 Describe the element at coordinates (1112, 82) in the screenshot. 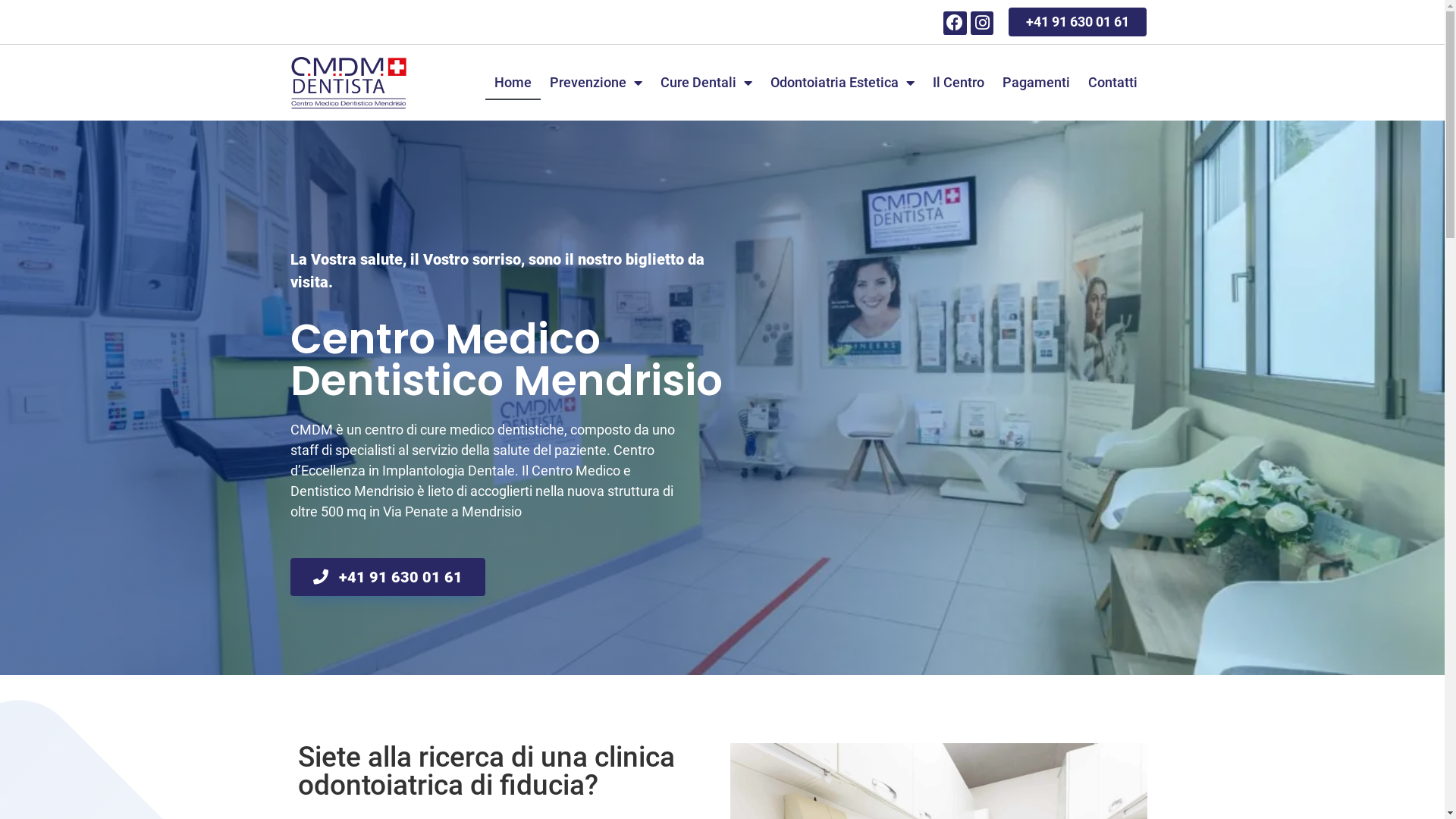

I see `'Contatti'` at that location.